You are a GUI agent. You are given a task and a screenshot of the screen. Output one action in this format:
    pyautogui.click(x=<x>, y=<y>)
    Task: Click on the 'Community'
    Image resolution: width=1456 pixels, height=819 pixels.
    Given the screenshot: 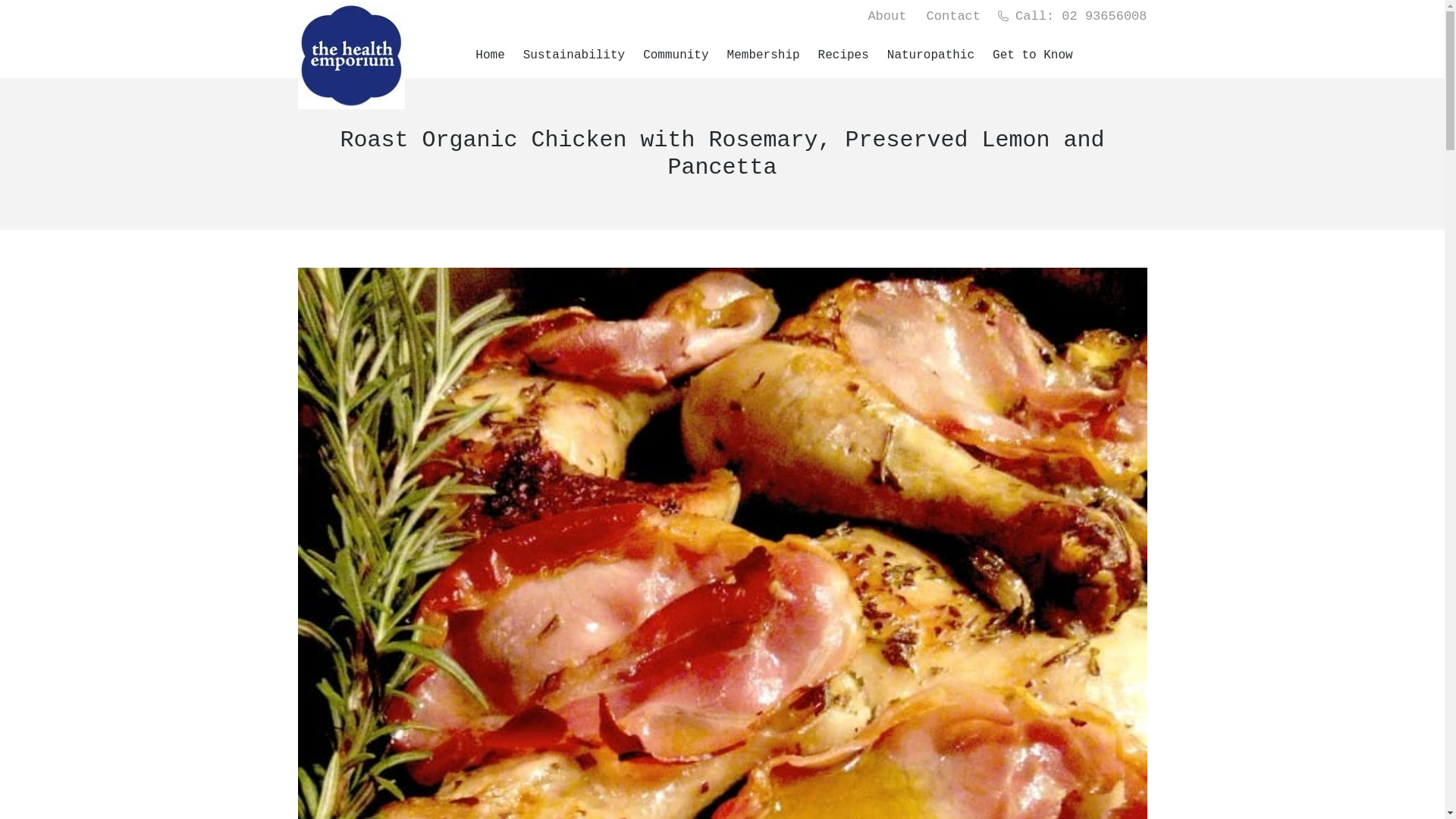 What is the action you would take?
    pyautogui.click(x=676, y=55)
    